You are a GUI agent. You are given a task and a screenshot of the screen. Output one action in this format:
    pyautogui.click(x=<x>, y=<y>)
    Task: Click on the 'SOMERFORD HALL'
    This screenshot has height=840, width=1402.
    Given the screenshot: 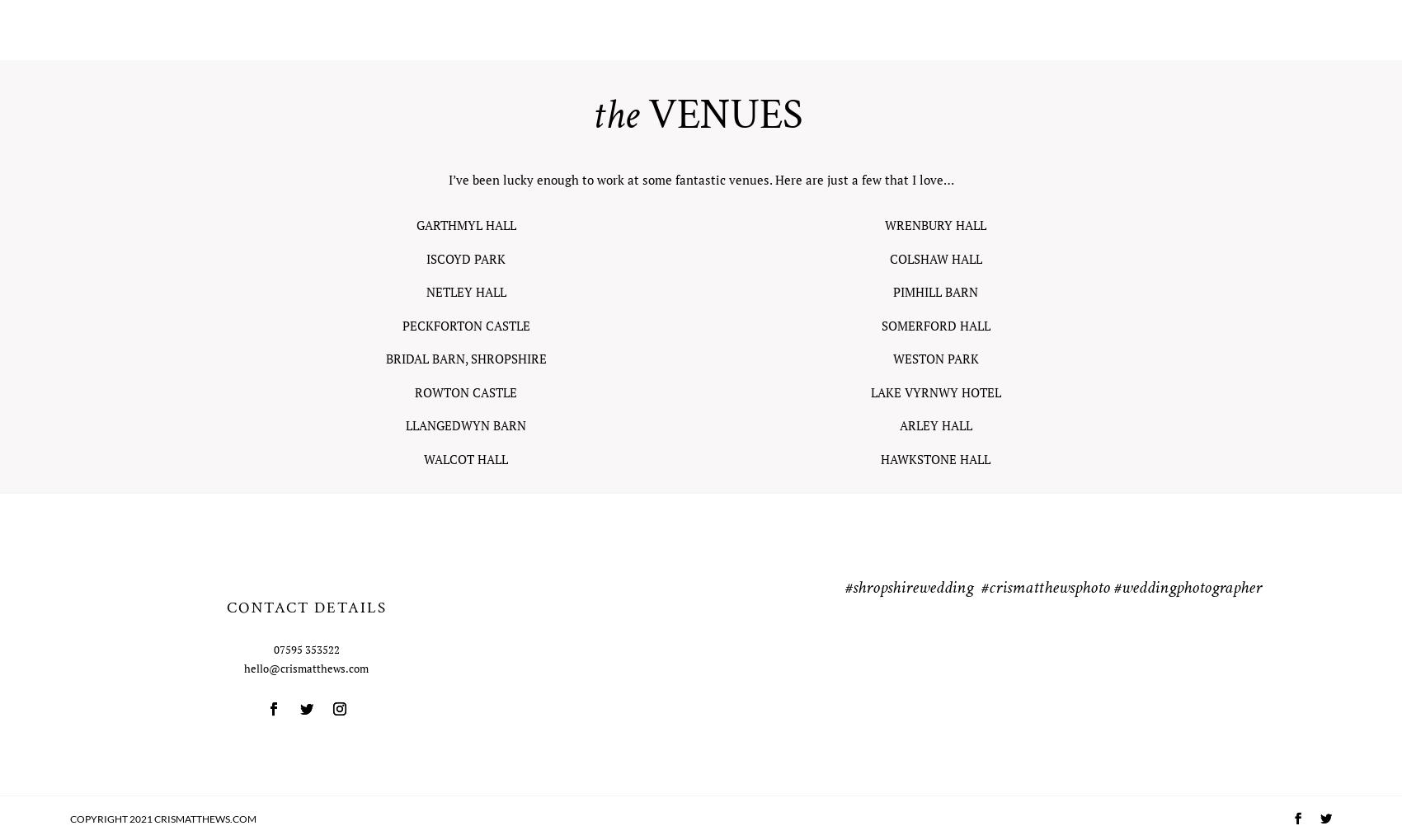 What is the action you would take?
    pyautogui.click(x=935, y=324)
    